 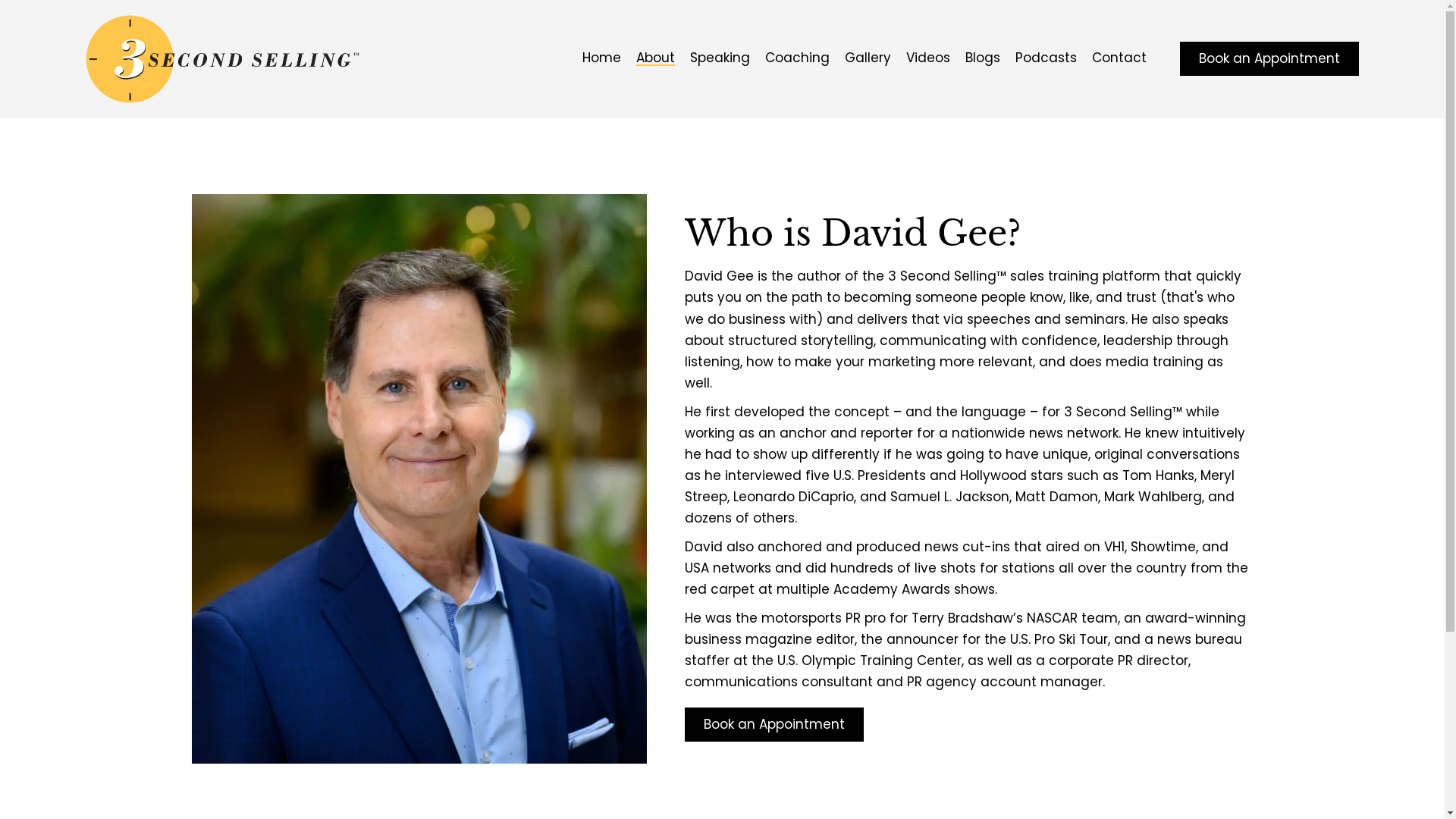 What do you see at coordinates (868, 58) in the screenshot?
I see `'Gallery'` at bounding box center [868, 58].